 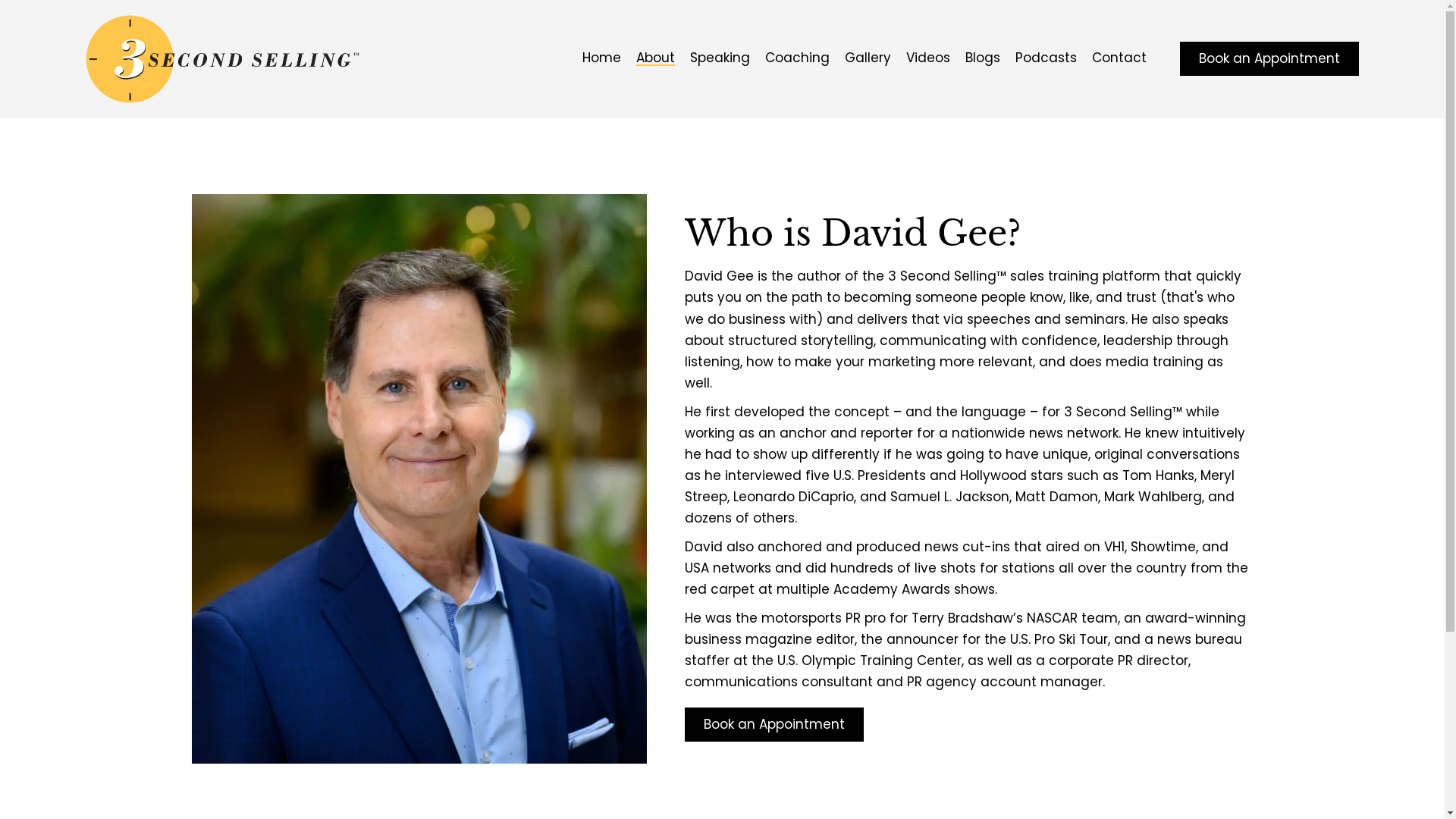 What do you see at coordinates (868, 58) in the screenshot?
I see `'Gallery'` at bounding box center [868, 58].